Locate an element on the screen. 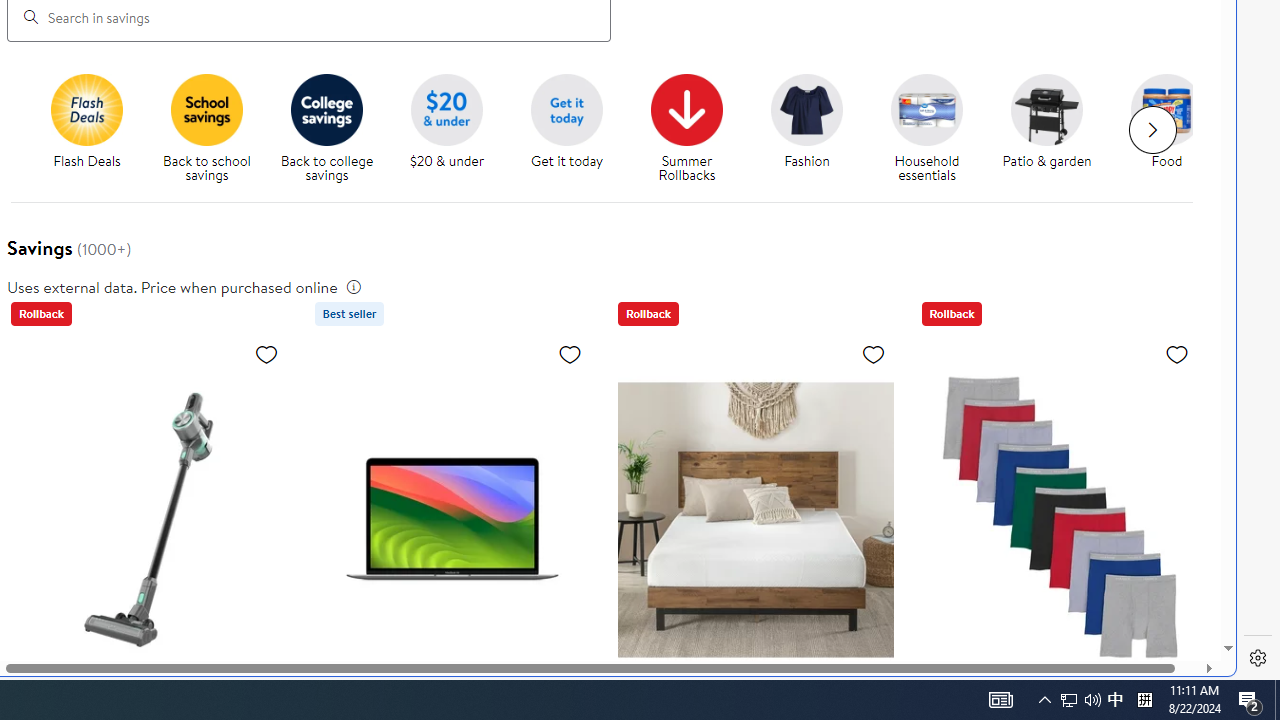 This screenshot has height=720, width=1280. 'Back to school savings' is located at coordinates (215, 129).